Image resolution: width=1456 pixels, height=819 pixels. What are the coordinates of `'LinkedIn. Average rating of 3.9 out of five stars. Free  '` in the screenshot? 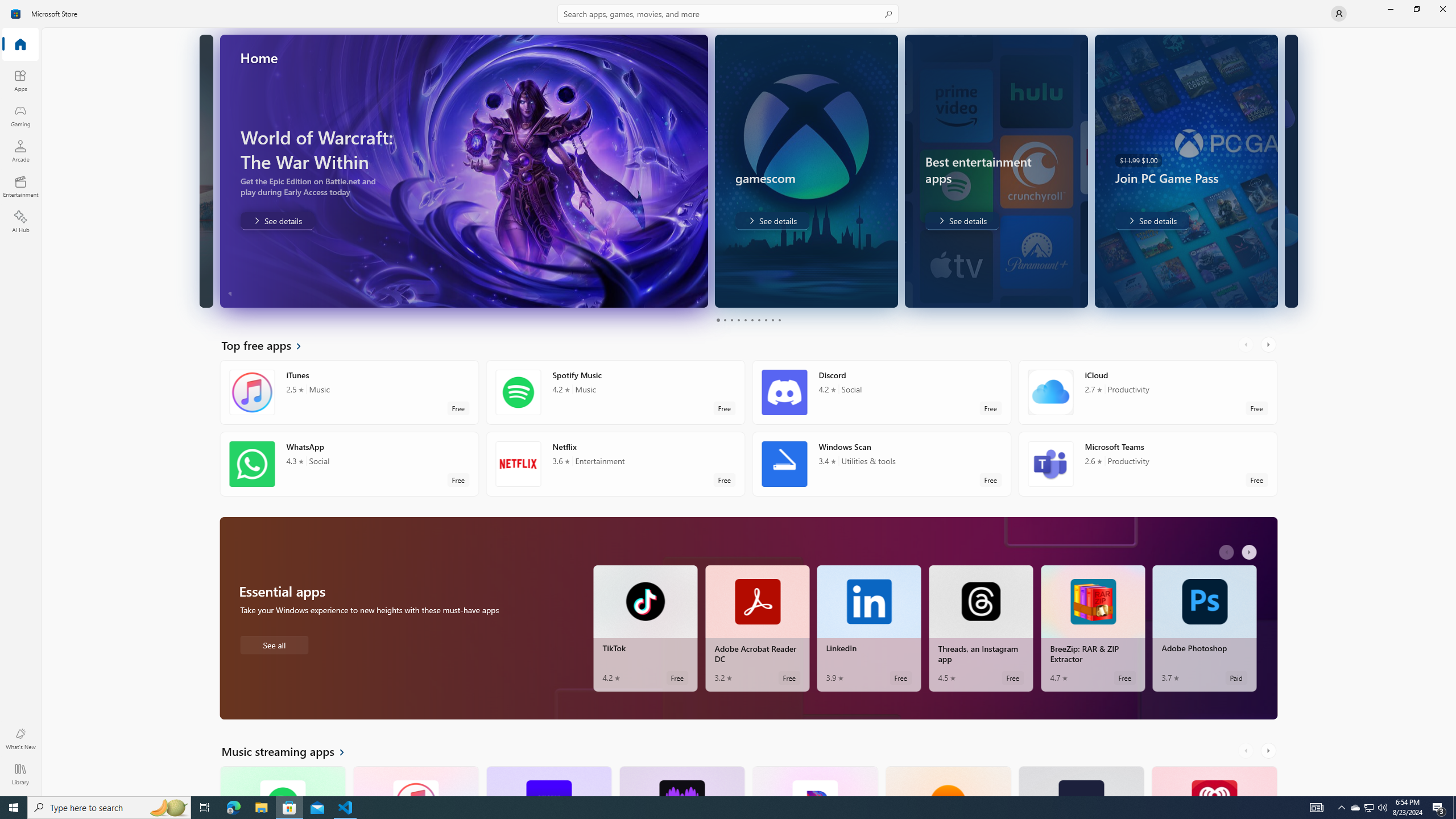 It's located at (869, 628).